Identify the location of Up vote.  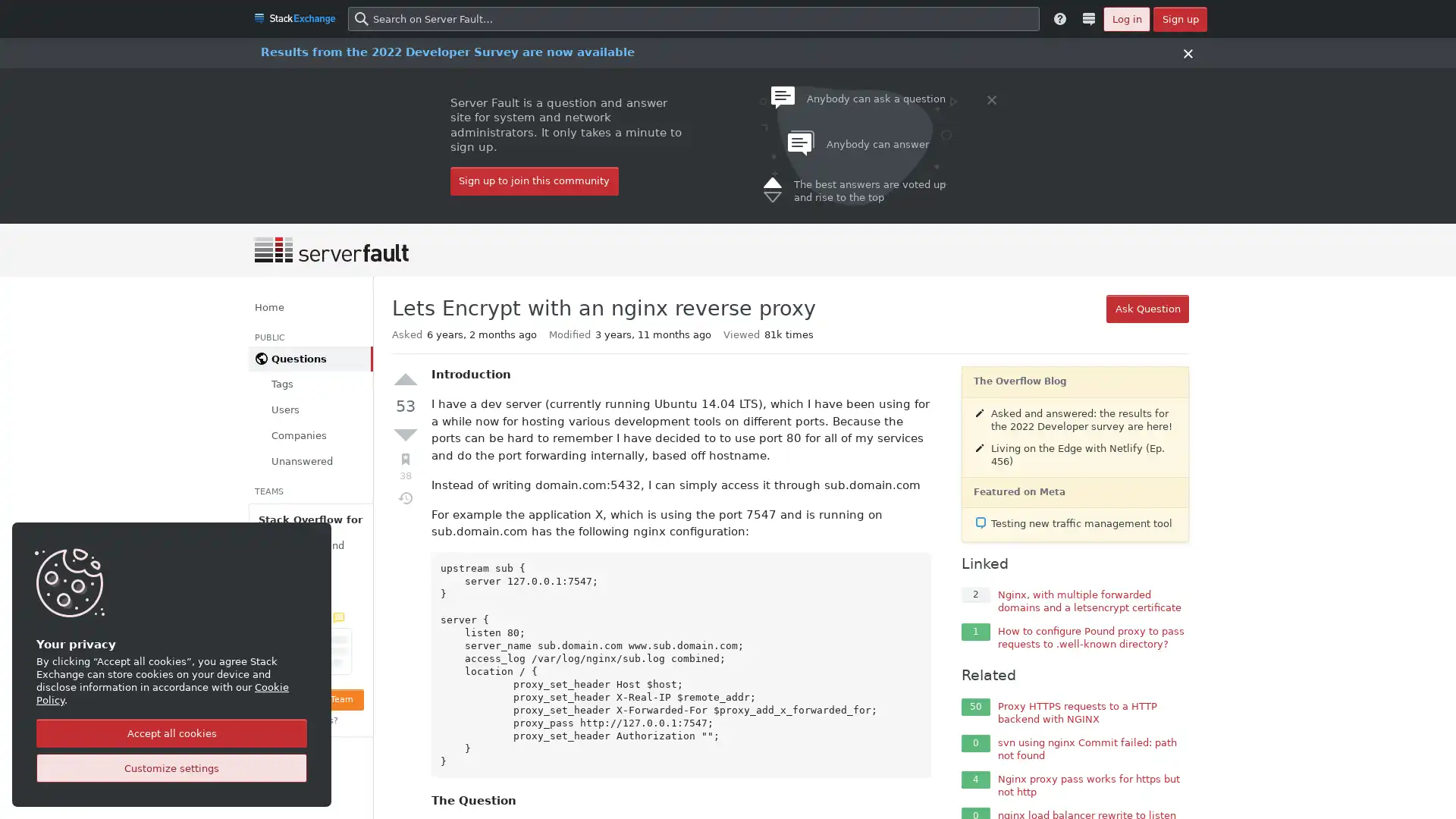
(405, 379).